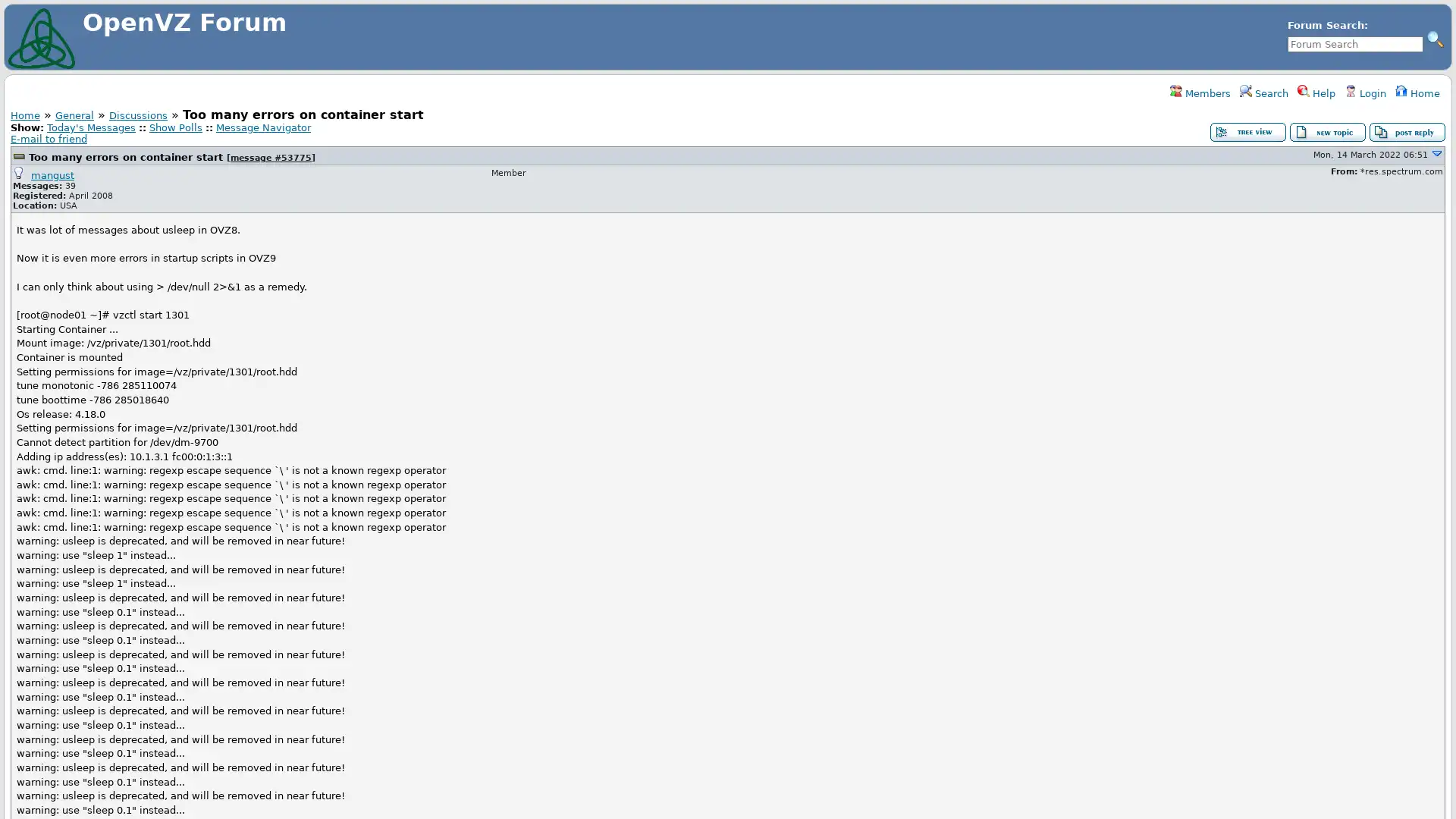  I want to click on Search, so click(1434, 38).